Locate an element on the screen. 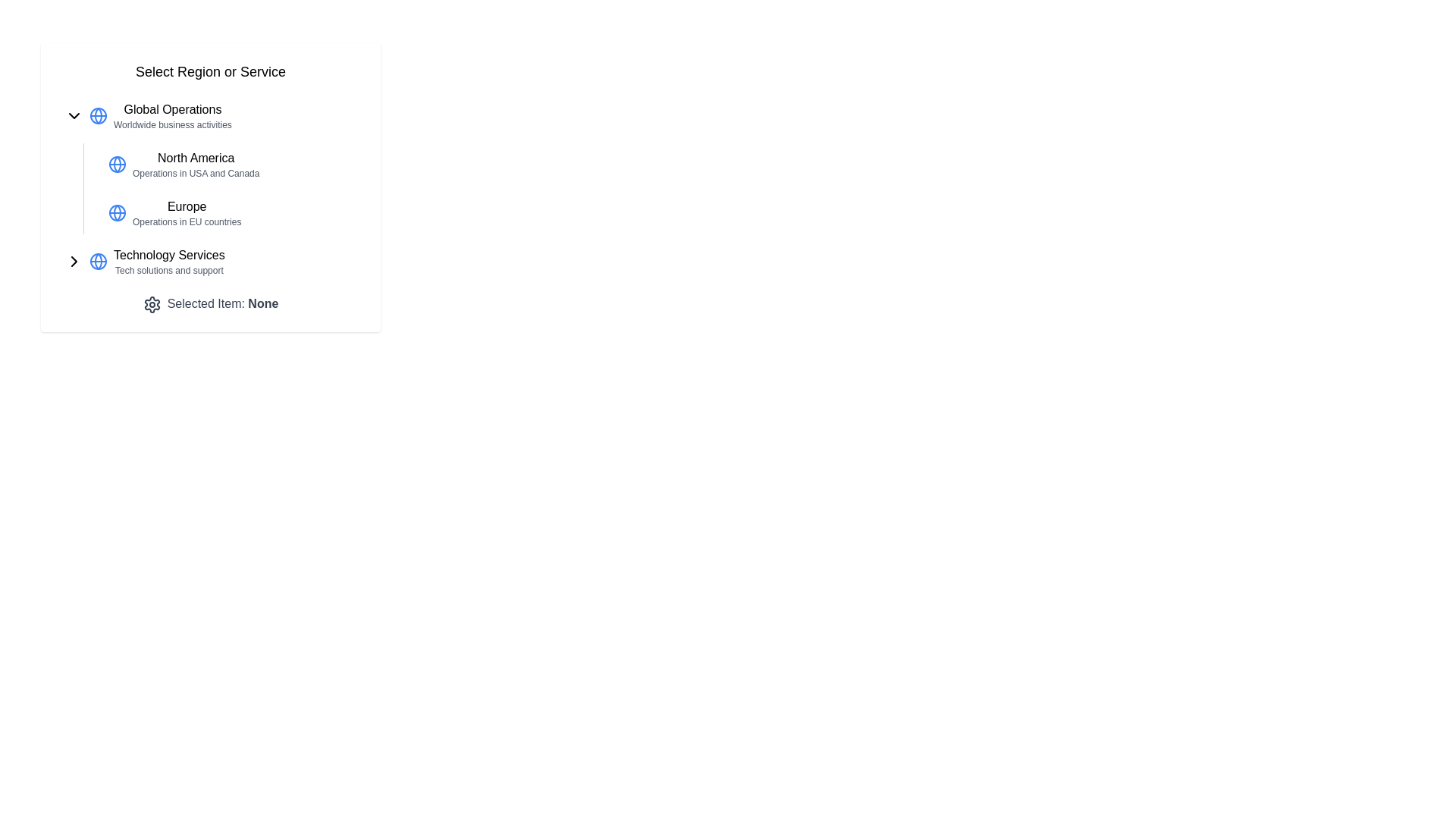 This screenshot has width=1456, height=819. the 'North America' selectable list item is located at coordinates (228, 164).